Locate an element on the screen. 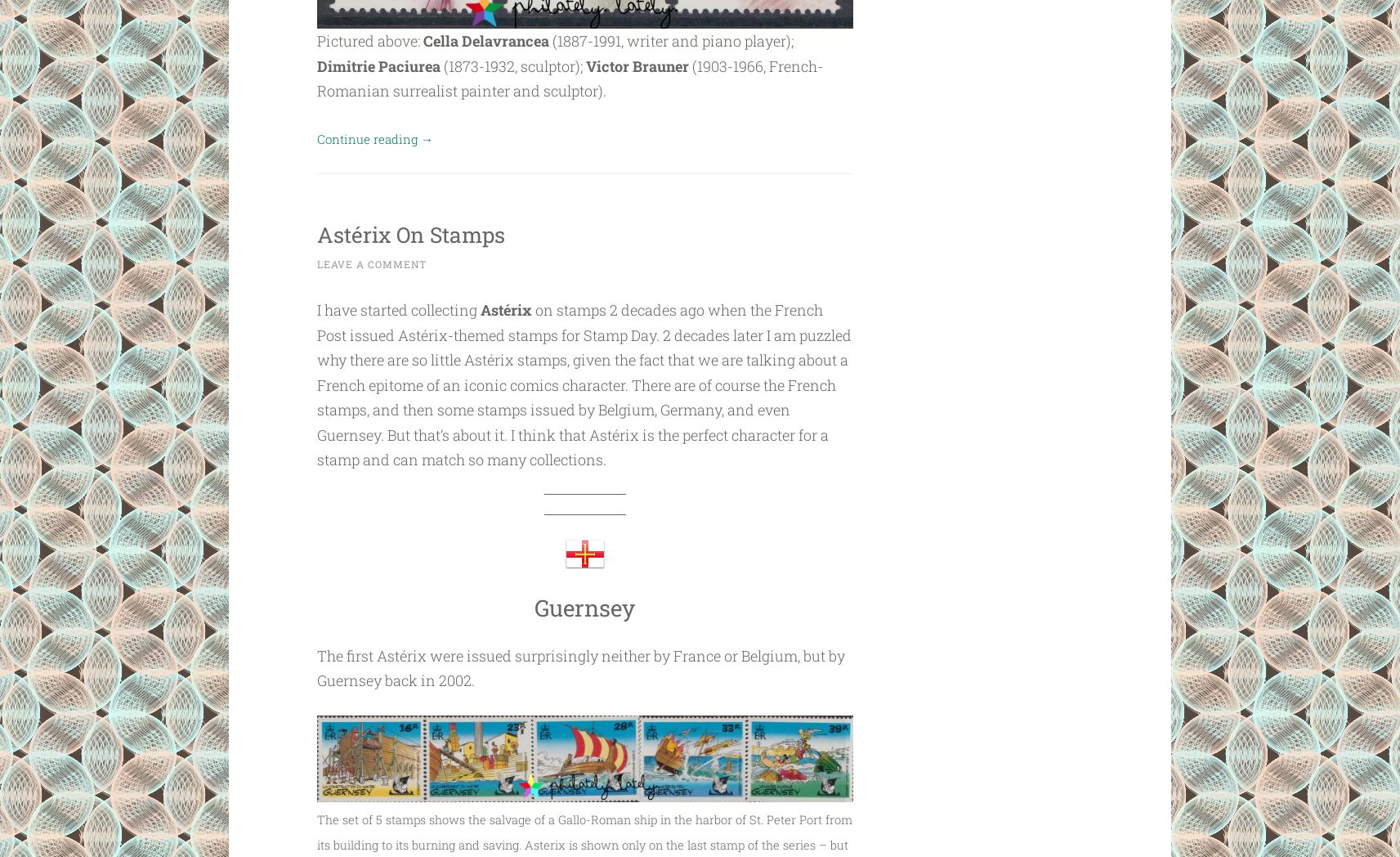  '(1903-1966, French-Romanian surrealist painter and sculptor).' is located at coordinates (569, 77).